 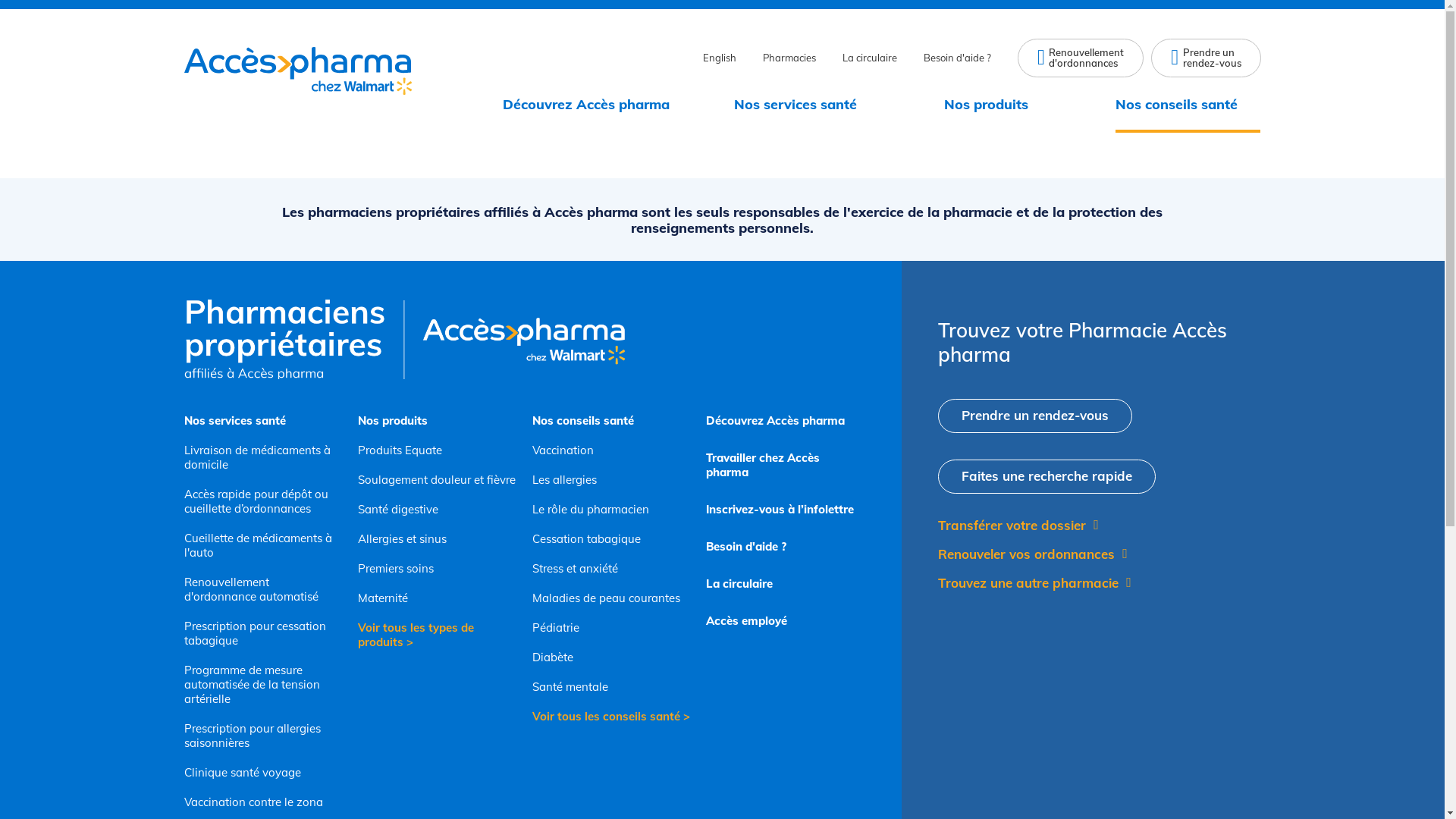 What do you see at coordinates (997, 104) in the screenshot?
I see `'Nos produits'` at bounding box center [997, 104].